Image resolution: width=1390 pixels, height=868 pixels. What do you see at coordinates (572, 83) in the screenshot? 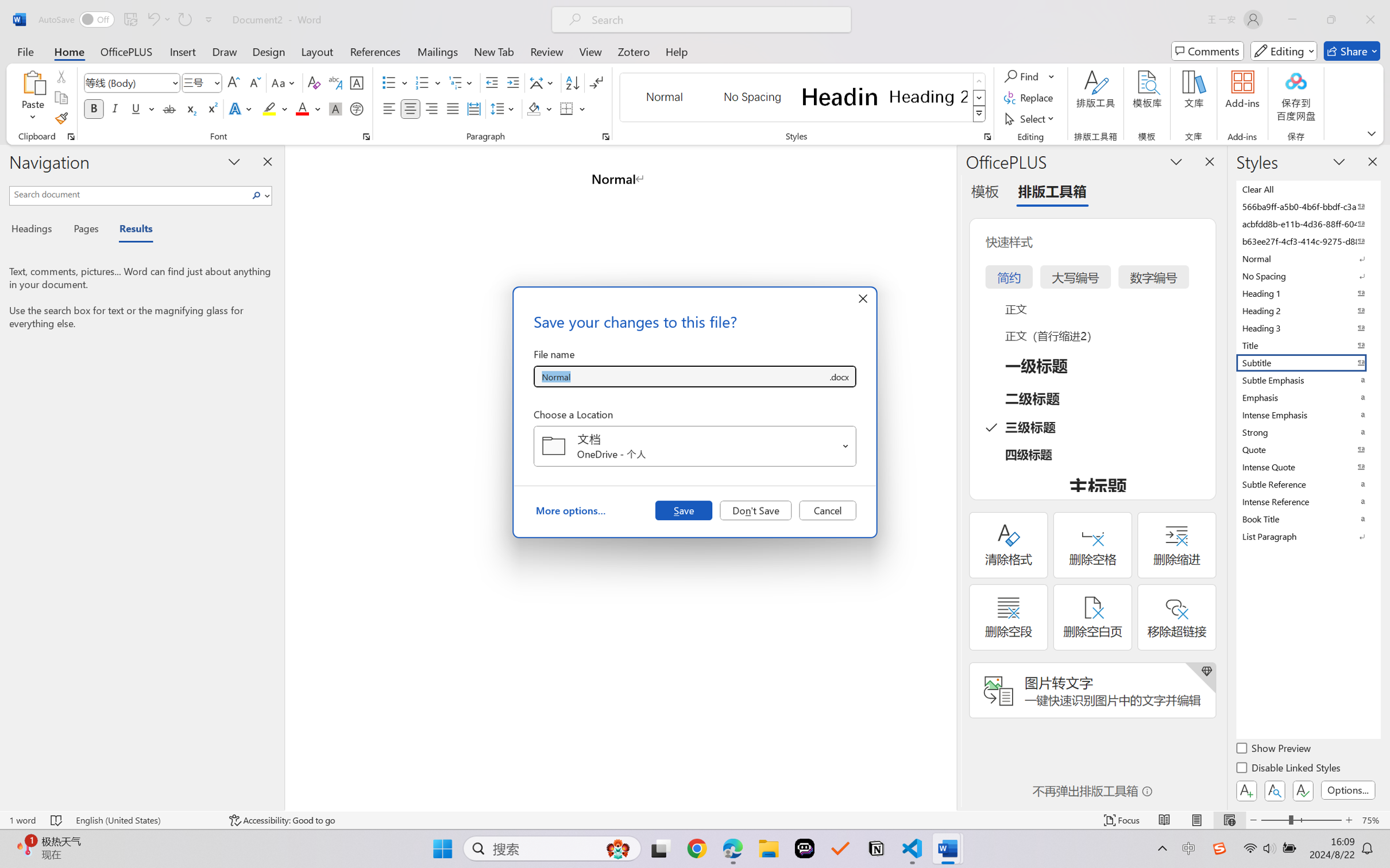
I see `'Sort...'` at bounding box center [572, 83].